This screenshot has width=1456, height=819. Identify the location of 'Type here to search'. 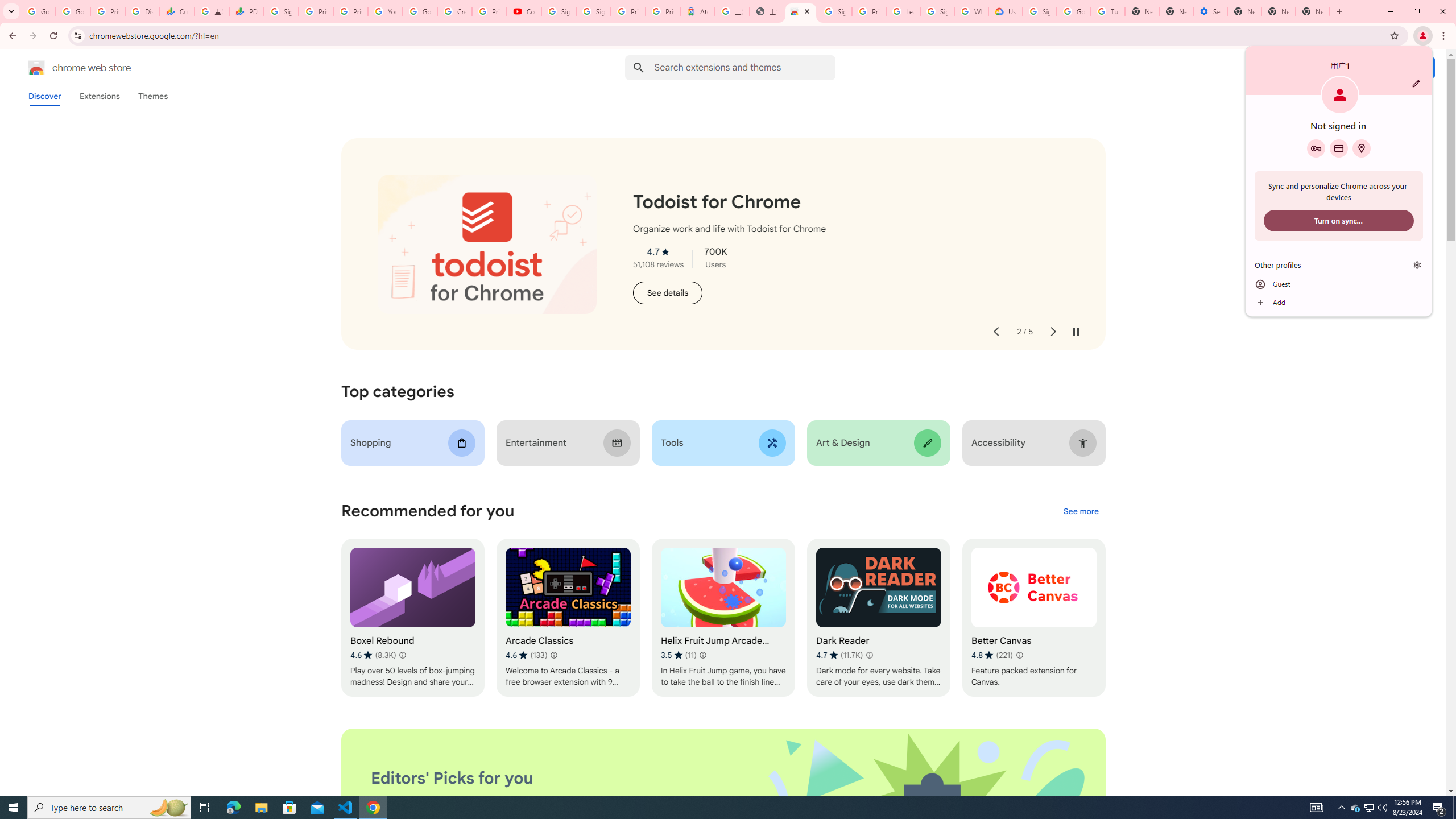
(109, 806).